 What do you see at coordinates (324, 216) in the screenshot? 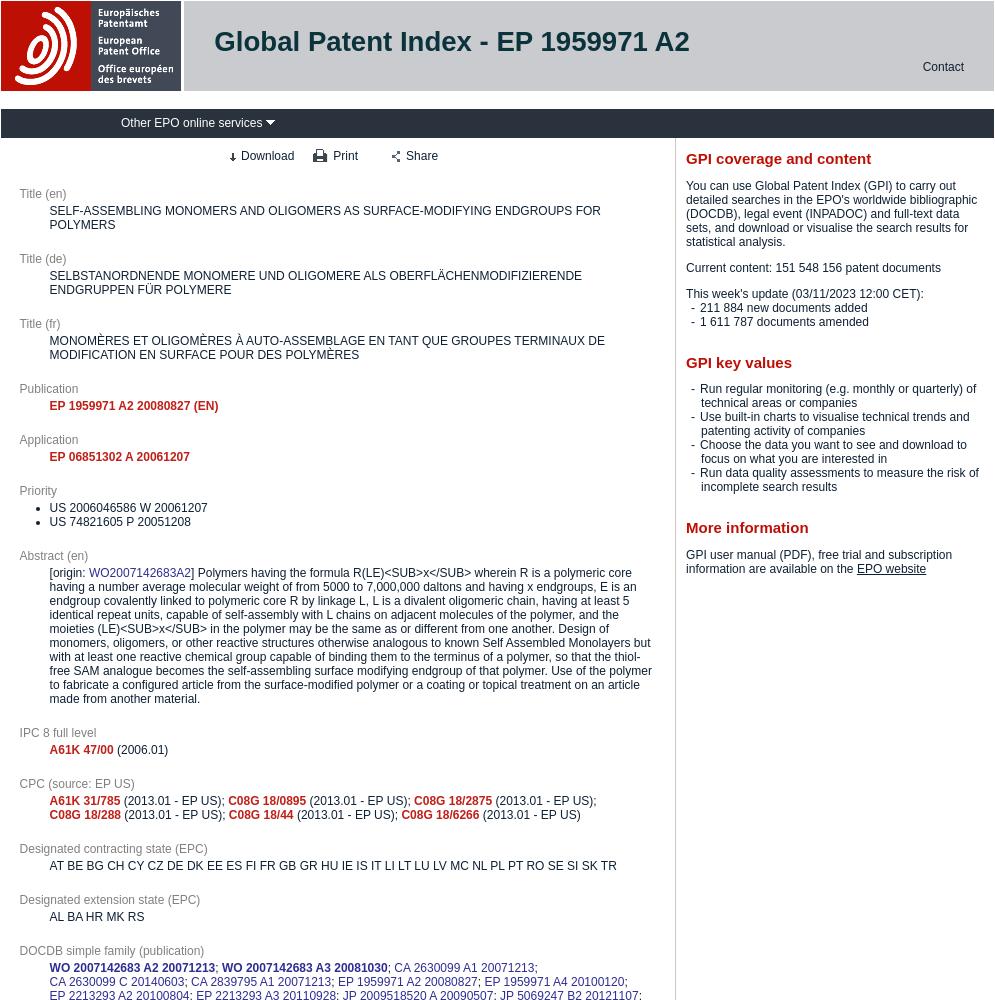
I see `'SELF-ASSEMBLING MONOMERS AND OLIGOMERS AS SURFACE-MODIFYING ENDGROUPS FOR POLYMERS'` at bounding box center [324, 216].